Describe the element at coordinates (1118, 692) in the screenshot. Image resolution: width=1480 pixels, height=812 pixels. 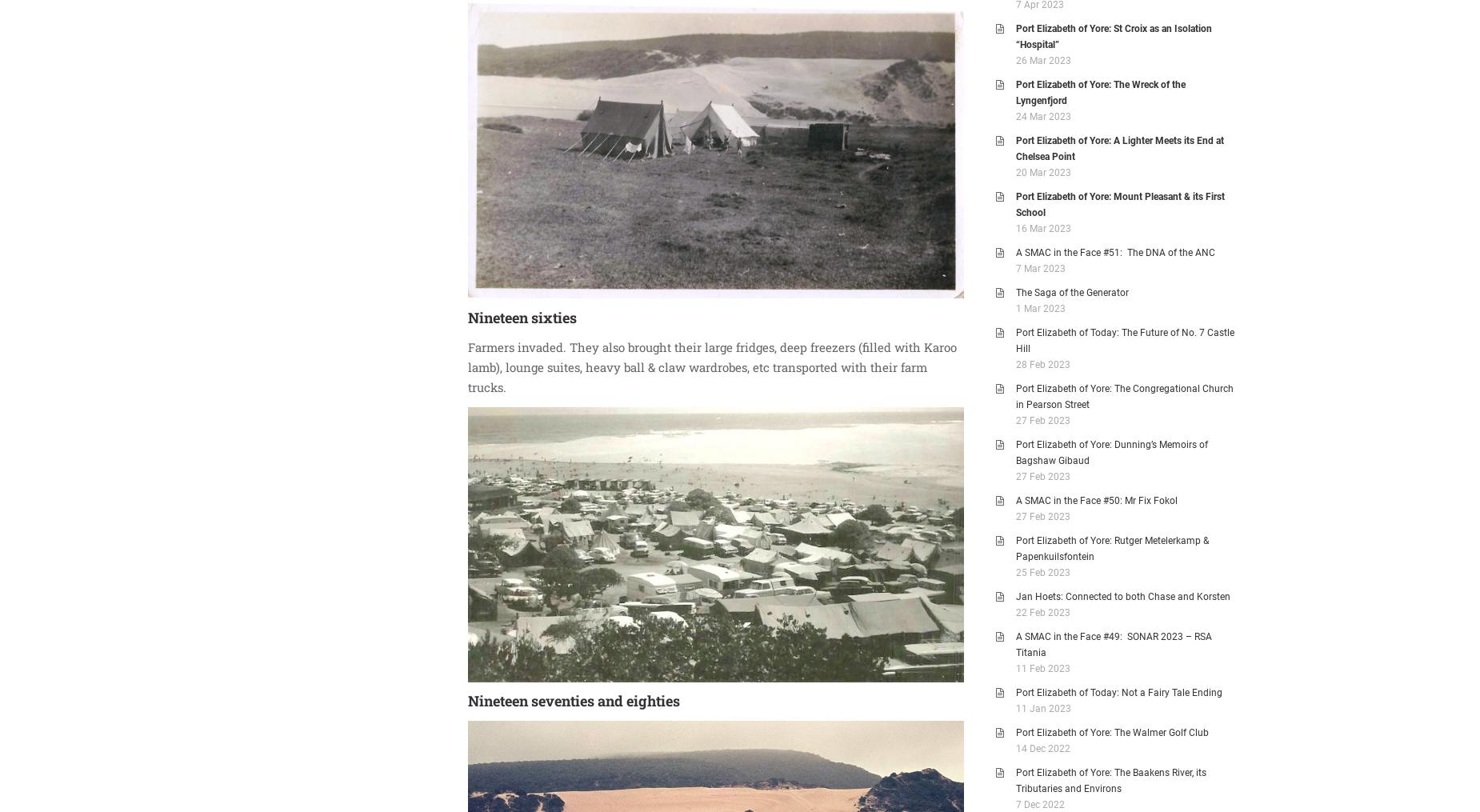
I see `'Port Elizabeth of Today: Not a Fairy Tale Ending'` at that location.